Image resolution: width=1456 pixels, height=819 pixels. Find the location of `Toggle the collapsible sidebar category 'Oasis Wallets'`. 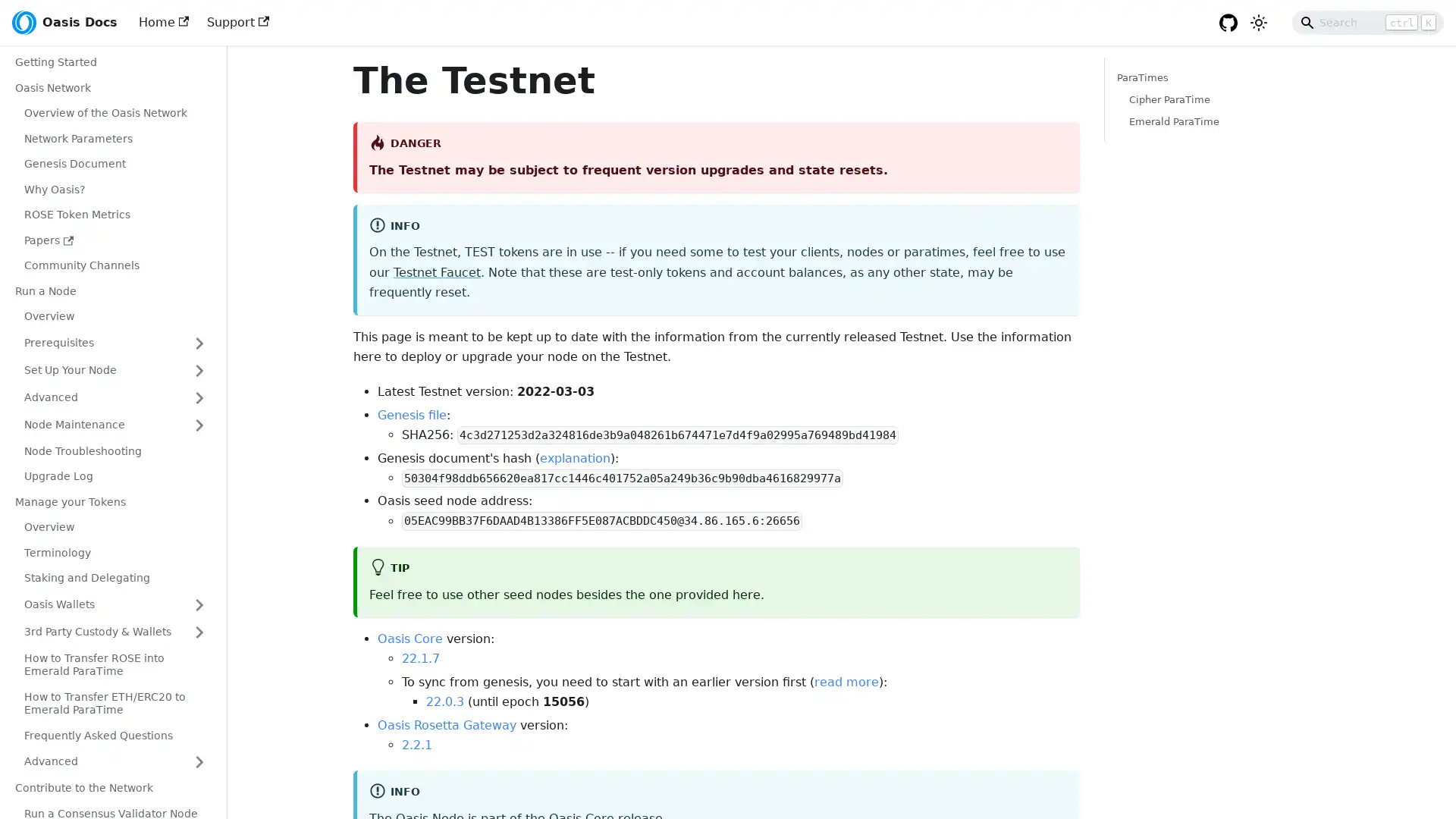

Toggle the collapsible sidebar category 'Oasis Wallets' is located at coordinates (199, 604).